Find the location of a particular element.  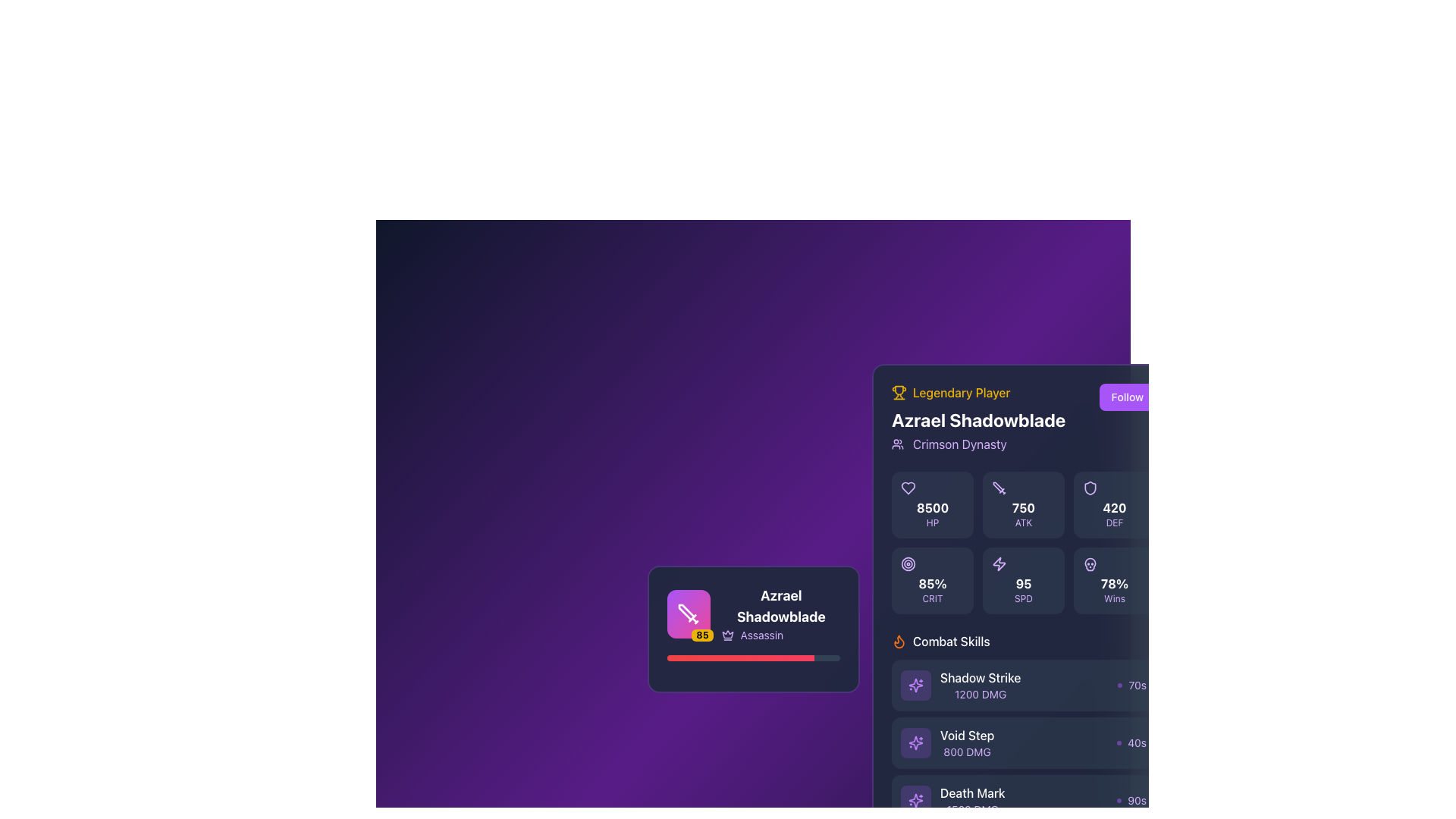

the informational label displaying the skill 'Void Step' with the damage value '800 DMG' is located at coordinates (946, 742).